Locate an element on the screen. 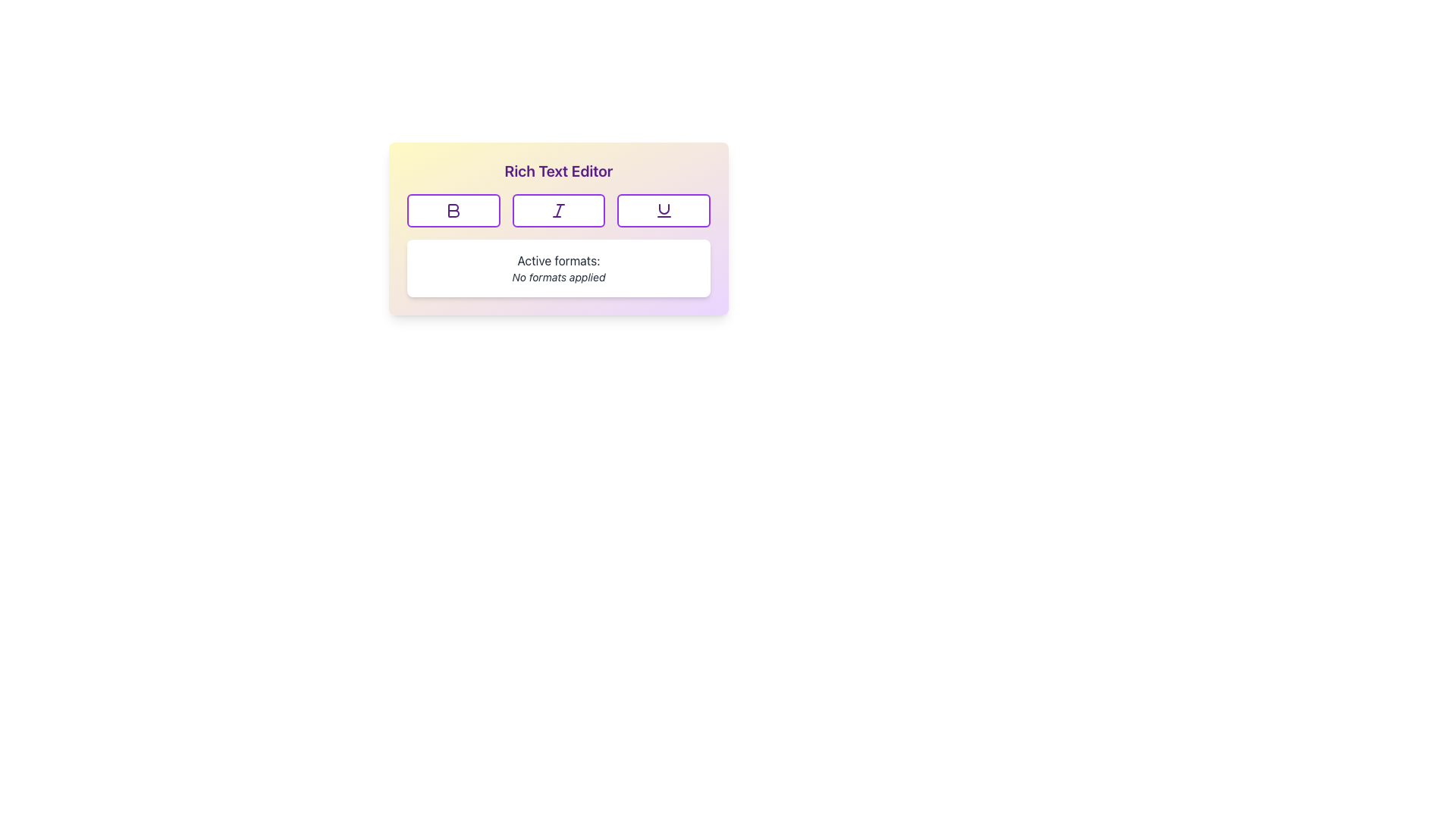  the text label at the top of the rich text editor interface, which indicates the purpose of the component below it is located at coordinates (558, 171).